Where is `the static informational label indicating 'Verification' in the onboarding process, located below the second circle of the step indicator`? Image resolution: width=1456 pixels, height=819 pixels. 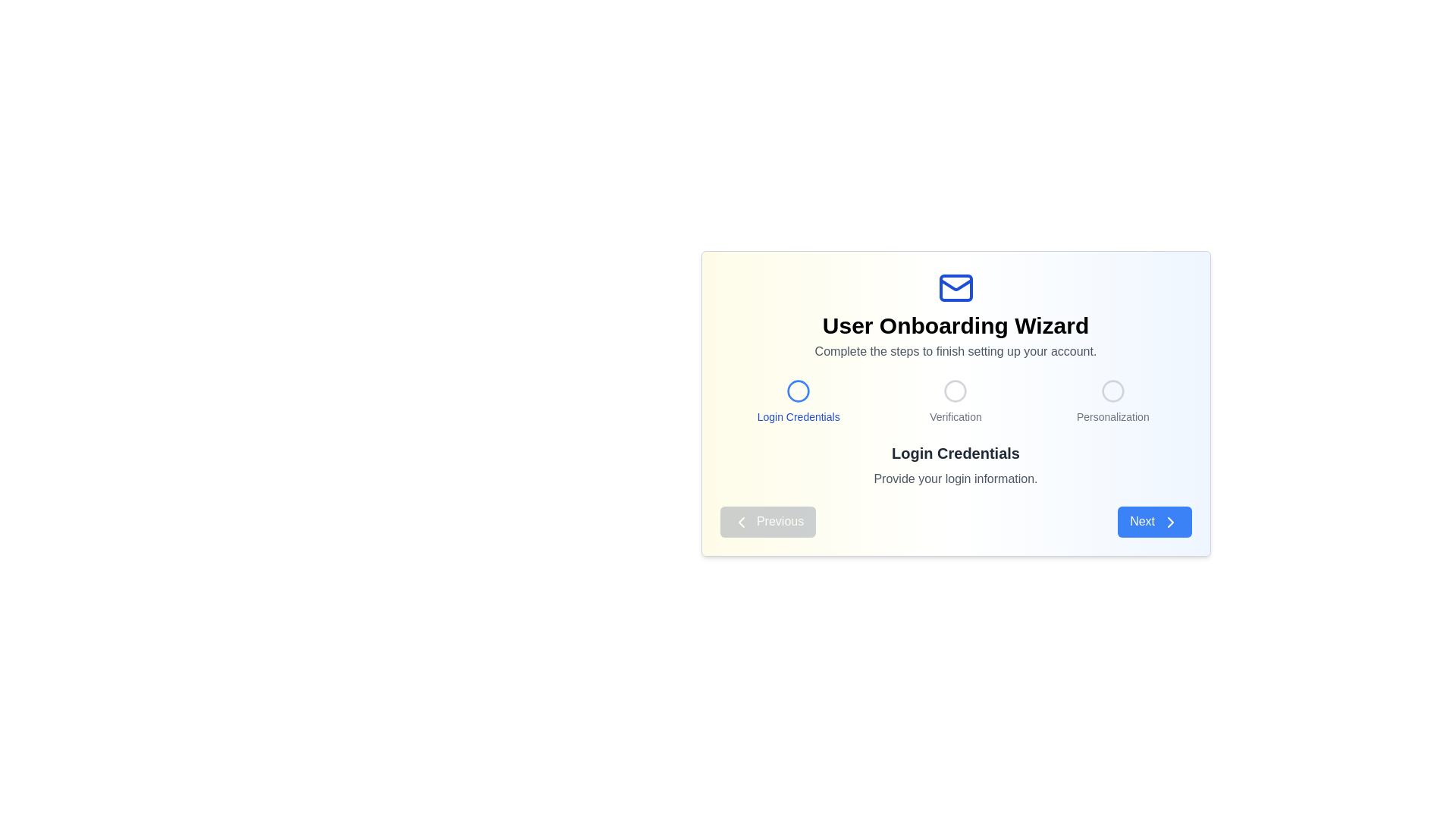
the static informational label indicating 'Verification' in the onboarding process, located below the second circle of the step indicator is located at coordinates (955, 417).